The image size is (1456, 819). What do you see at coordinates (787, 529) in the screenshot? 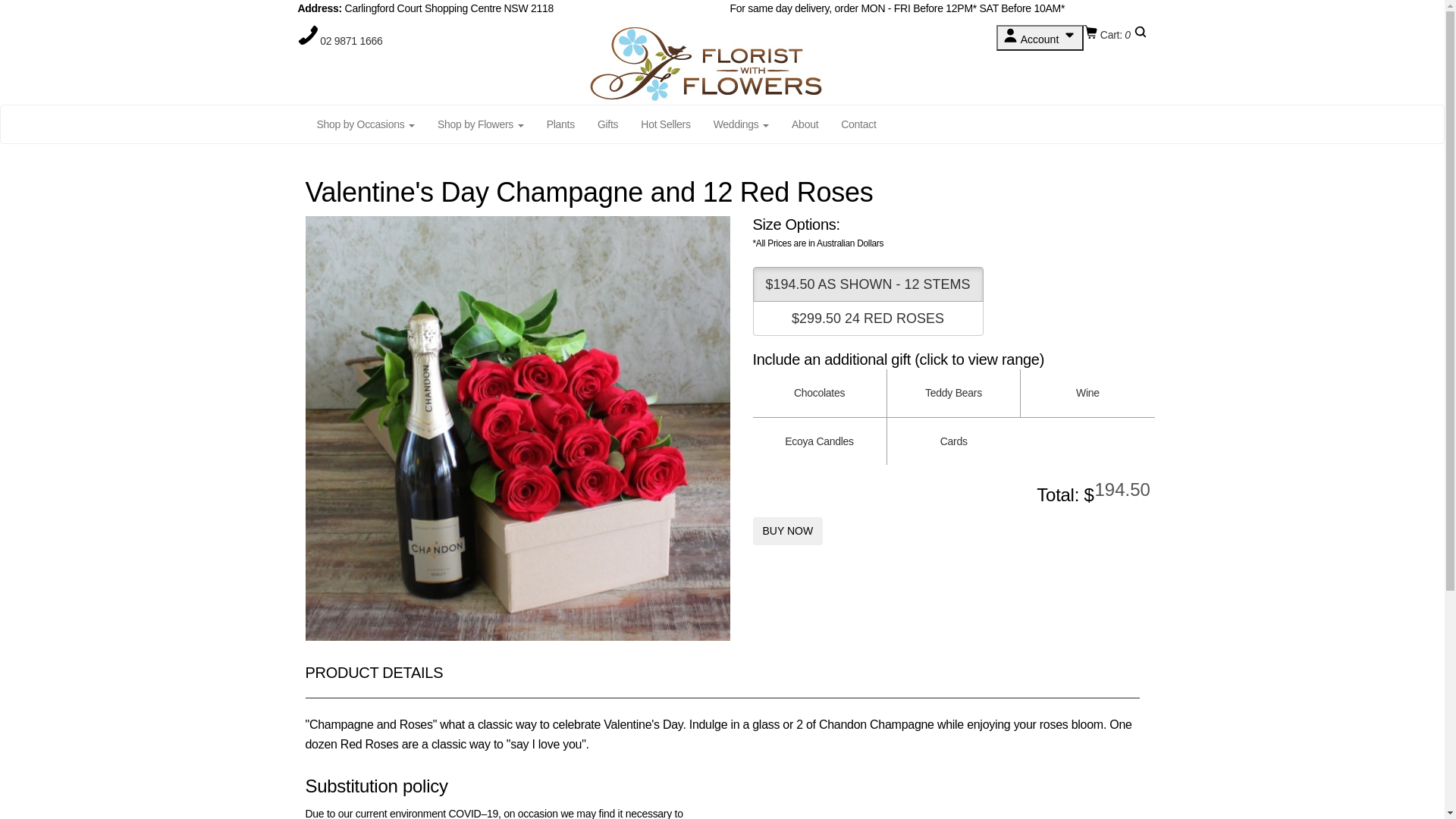
I see `'BUY NOW'` at bounding box center [787, 529].